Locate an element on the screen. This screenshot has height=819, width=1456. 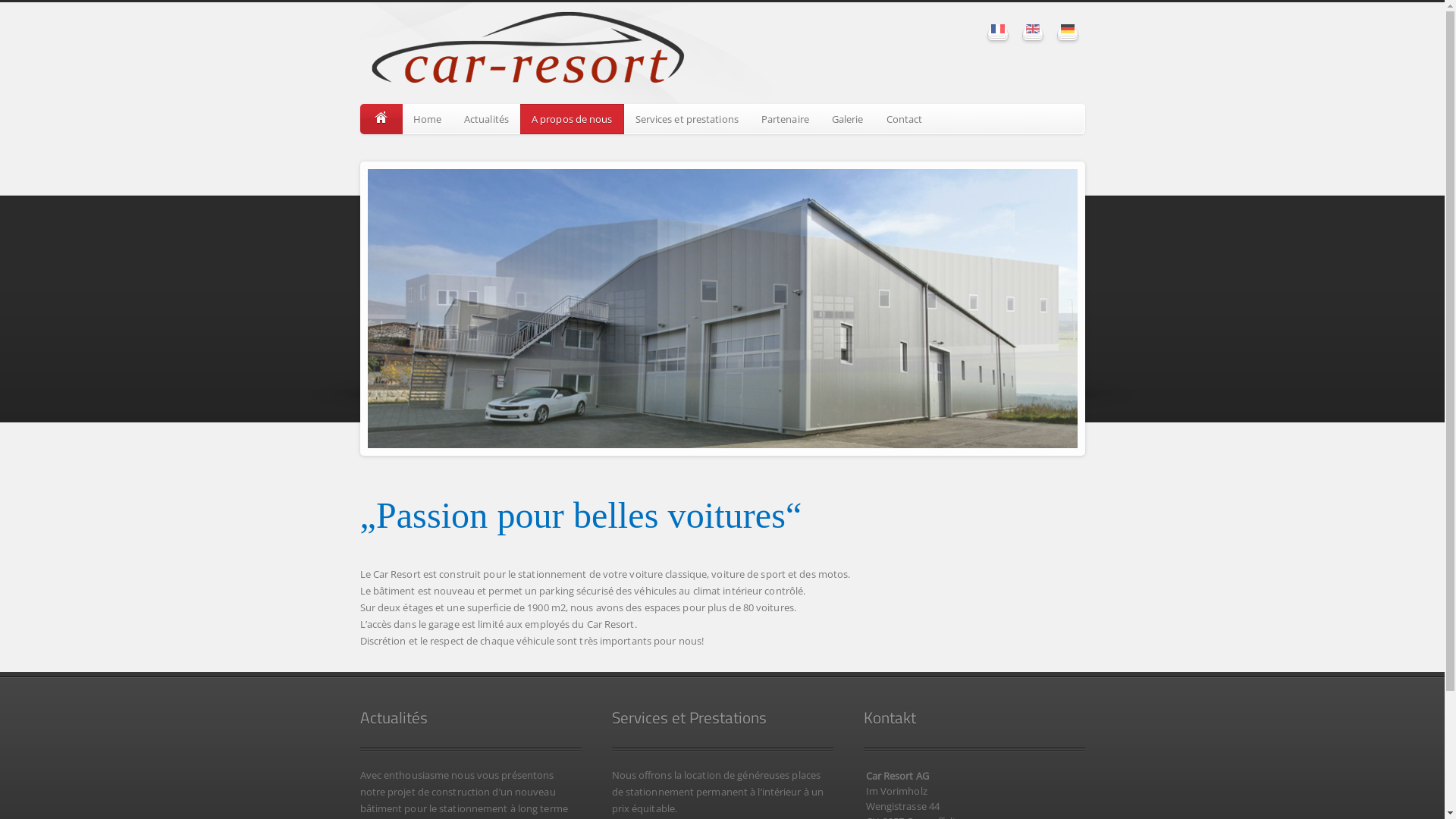
'Partenaire' is located at coordinates (785, 118).